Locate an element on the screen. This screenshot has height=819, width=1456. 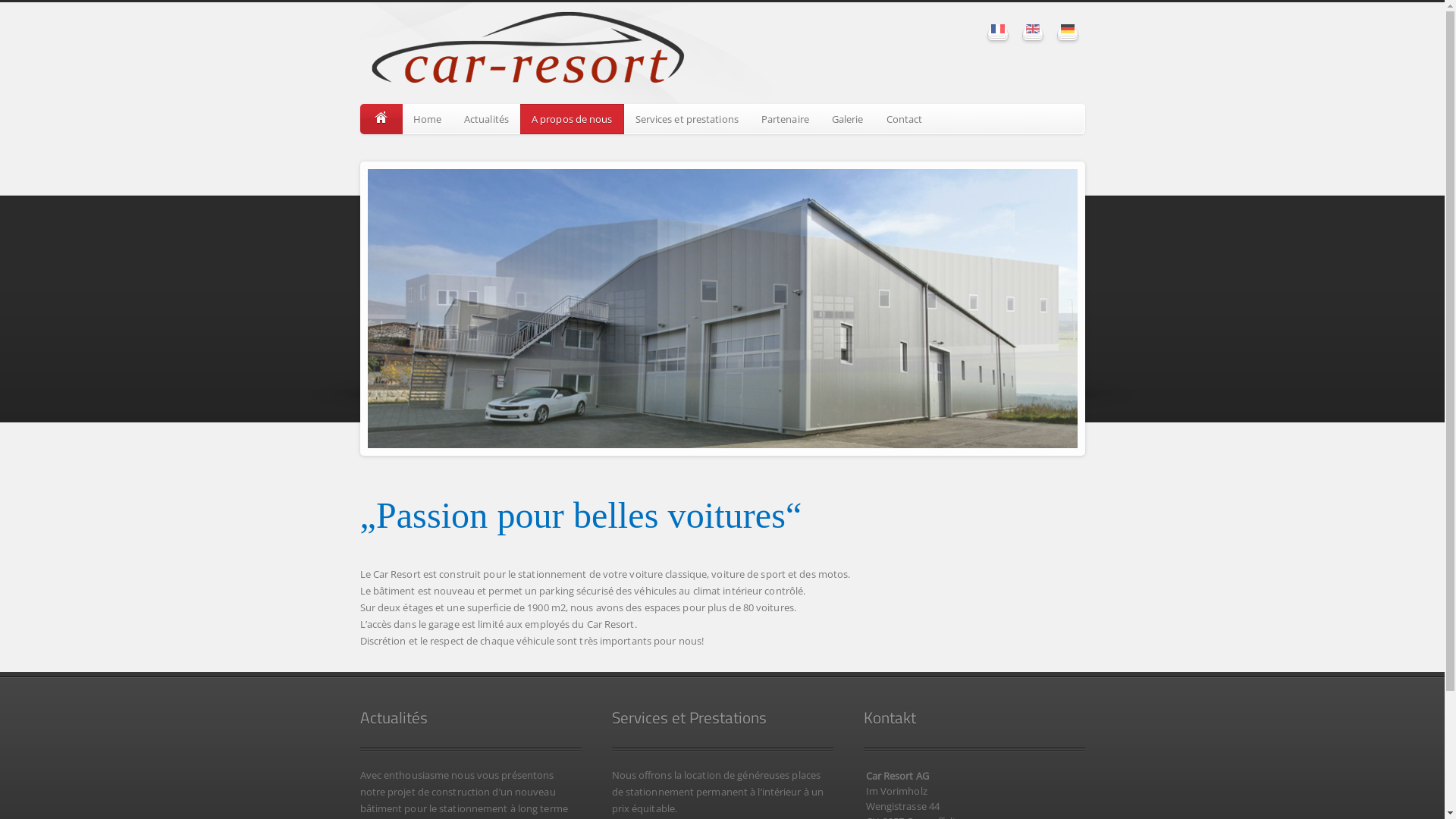
'Partenaire' is located at coordinates (785, 118).